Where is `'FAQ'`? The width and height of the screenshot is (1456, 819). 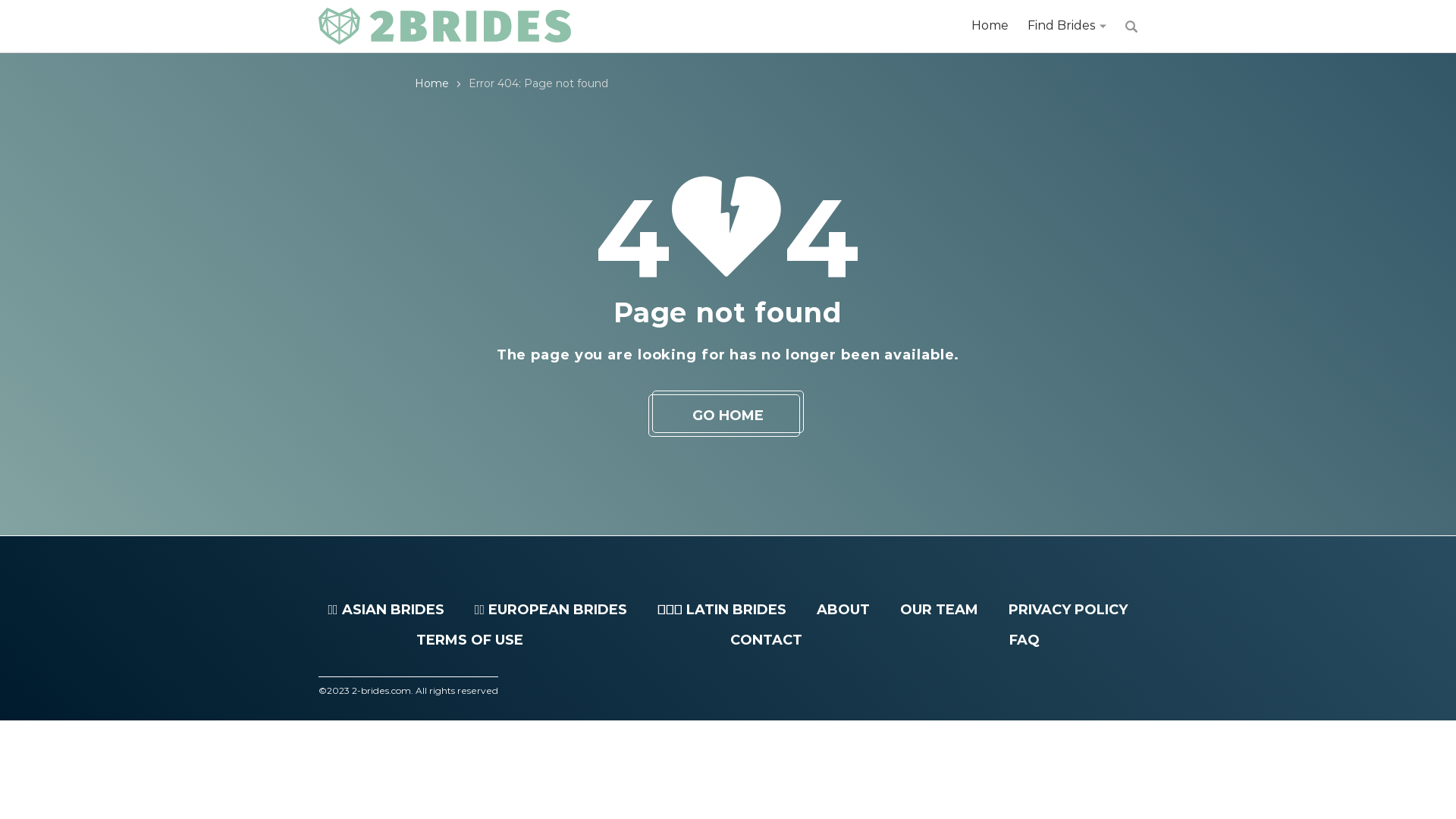
'FAQ' is located at coordinates (1009, 640).